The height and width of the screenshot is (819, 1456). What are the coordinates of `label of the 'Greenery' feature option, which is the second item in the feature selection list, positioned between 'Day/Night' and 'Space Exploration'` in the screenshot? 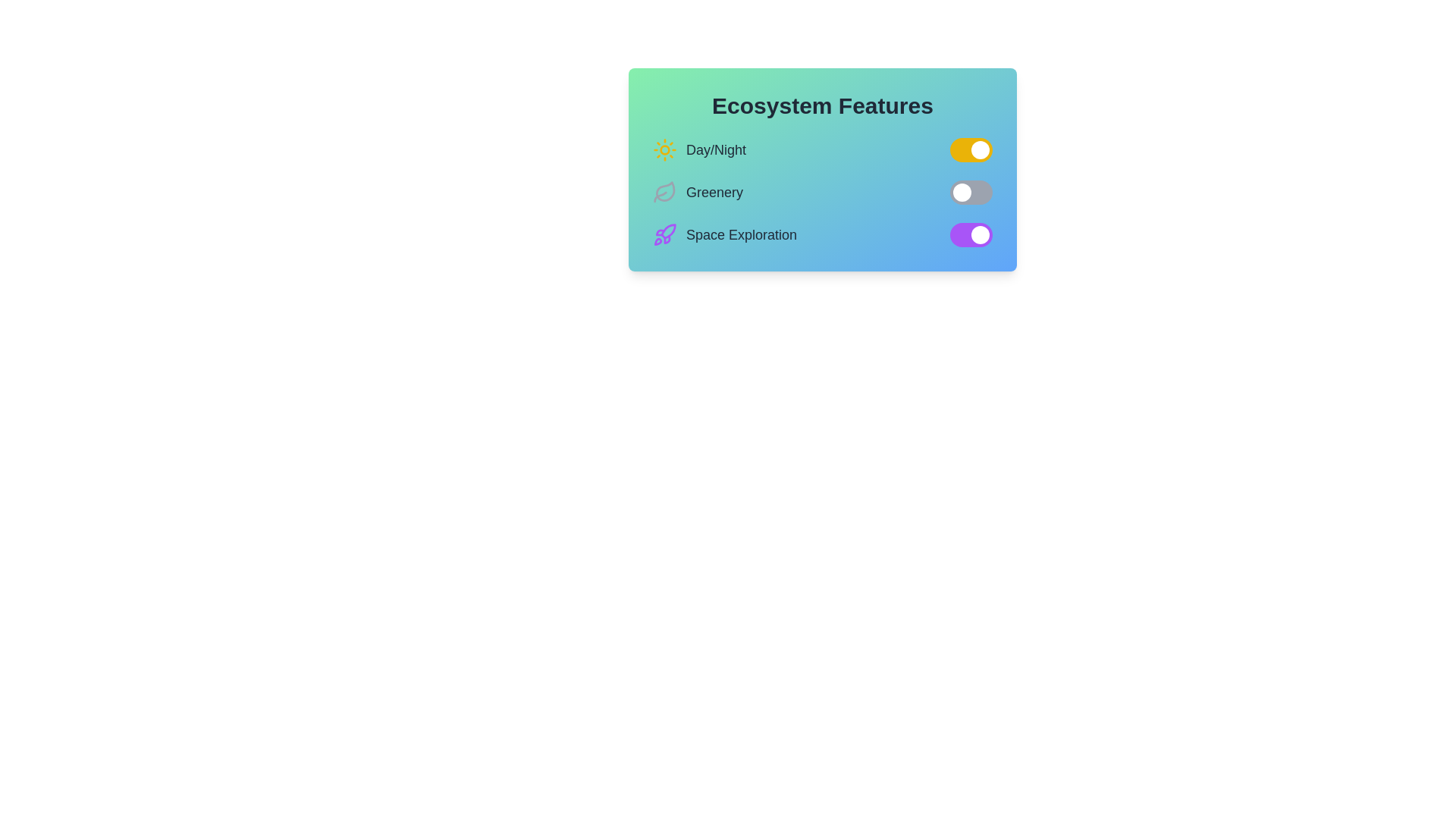 It's located at (697, 192).